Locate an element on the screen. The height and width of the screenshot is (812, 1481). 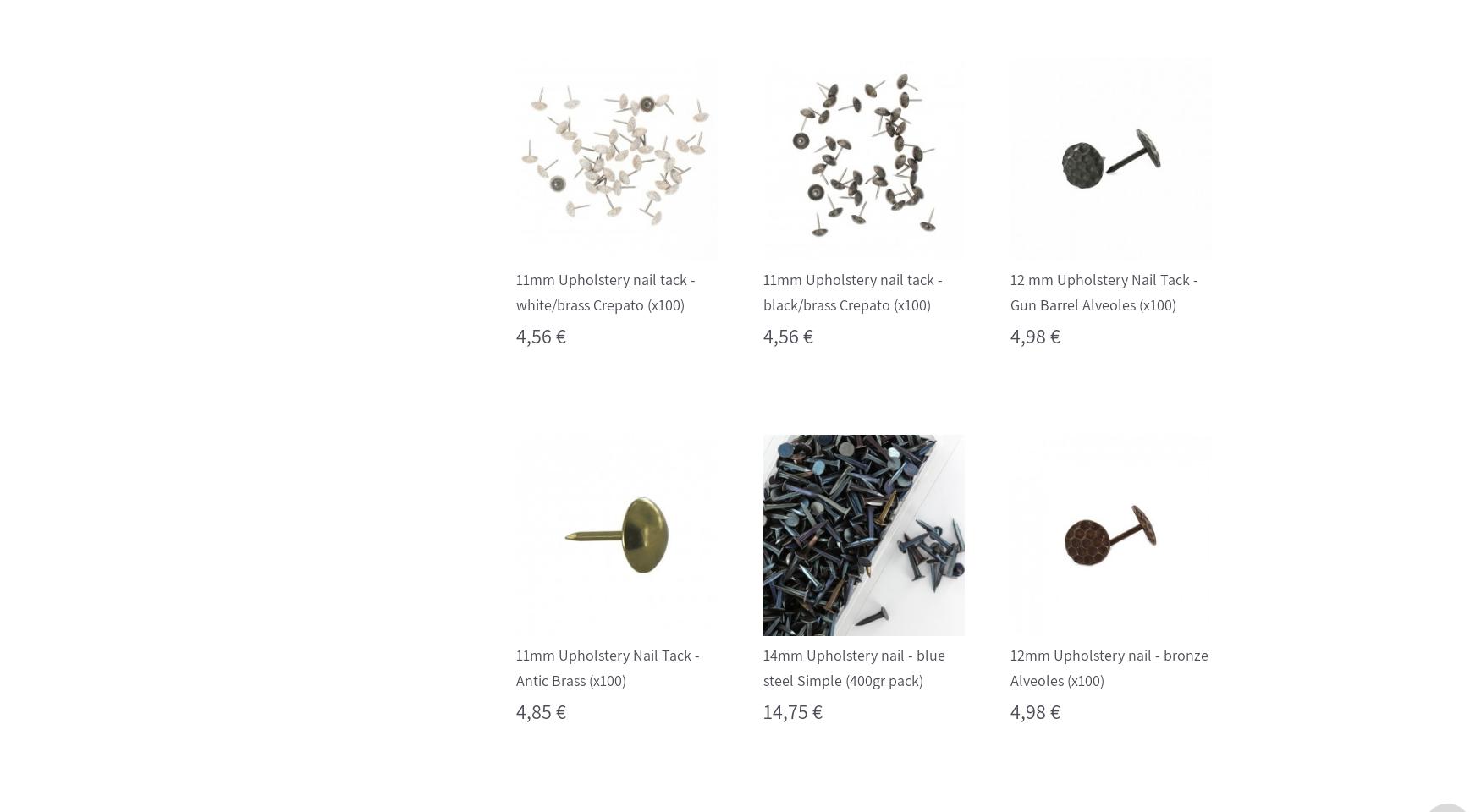
'12mm Upholstery nail - bronze Alveoles (x100)' is located at coordinates (1108, 667).